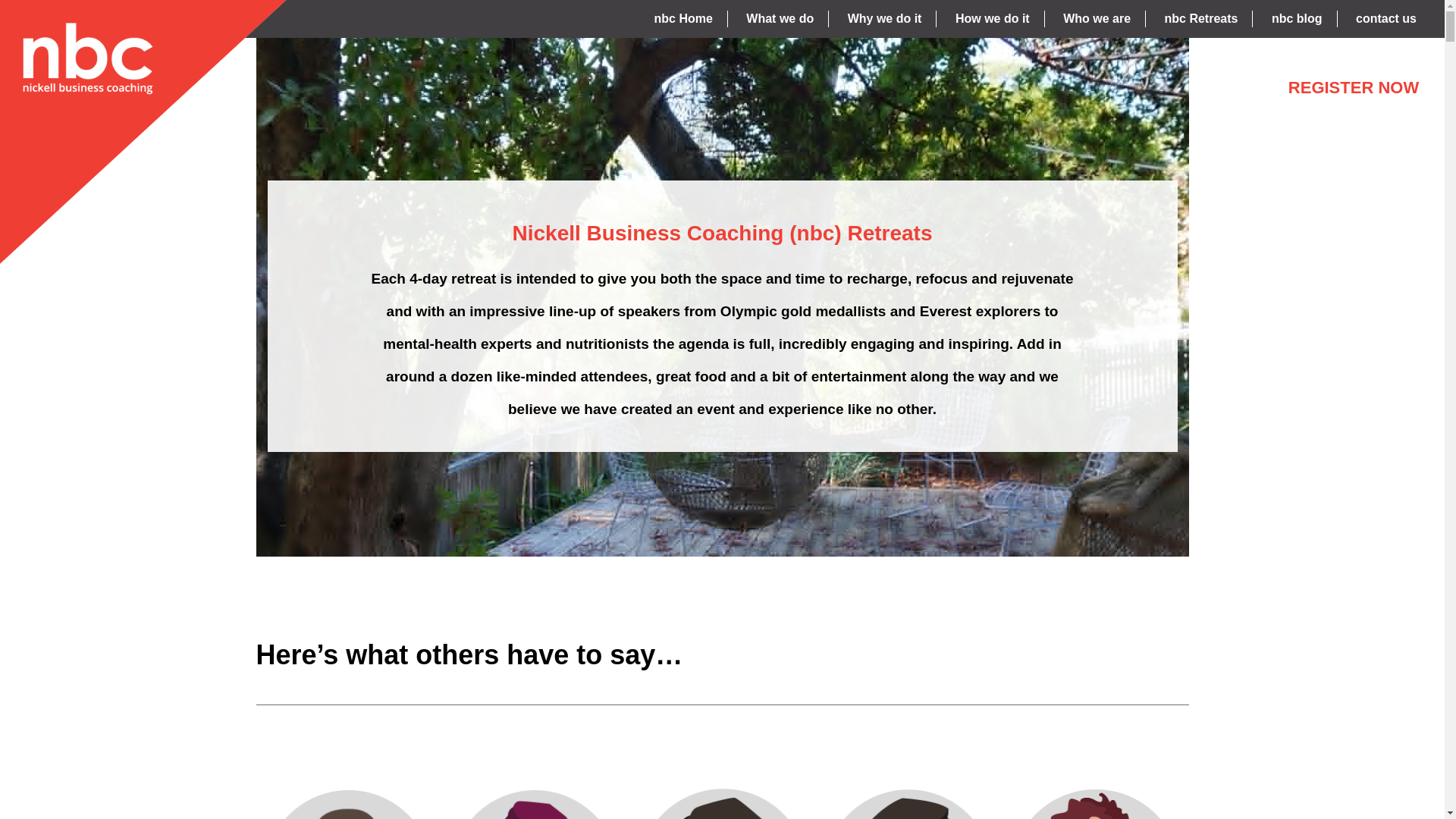 The height and width of the screenshot is (819, 1456). I want to click on 'How we do it', so click(954, 18).